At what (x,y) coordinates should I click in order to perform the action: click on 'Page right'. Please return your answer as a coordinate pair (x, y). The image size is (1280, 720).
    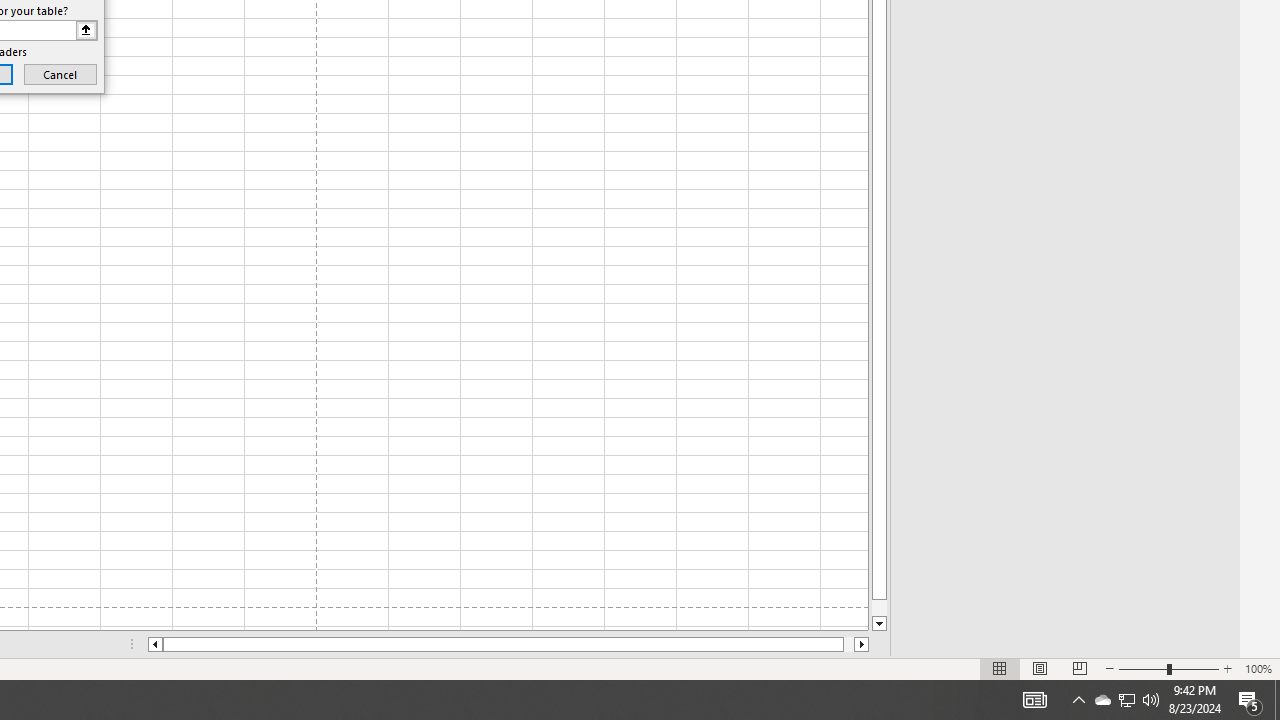
    Looking at the image, I should click on (848, 644).